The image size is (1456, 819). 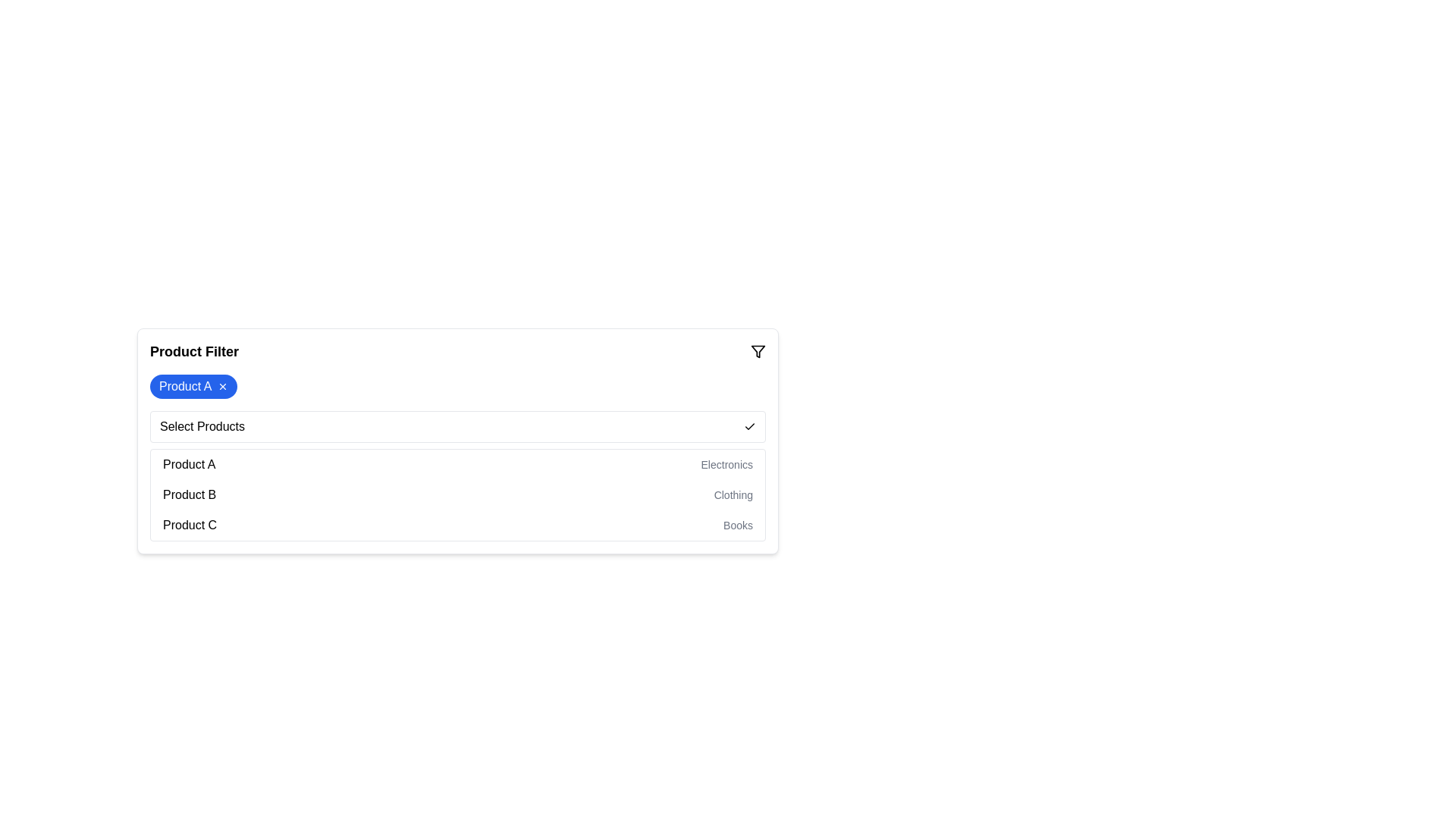 What do you see at coordinates (188, 464) in the screenshot?
I see `the Text Label displaying 'Product A' in the product selection list` at bounding box center [188, 464].